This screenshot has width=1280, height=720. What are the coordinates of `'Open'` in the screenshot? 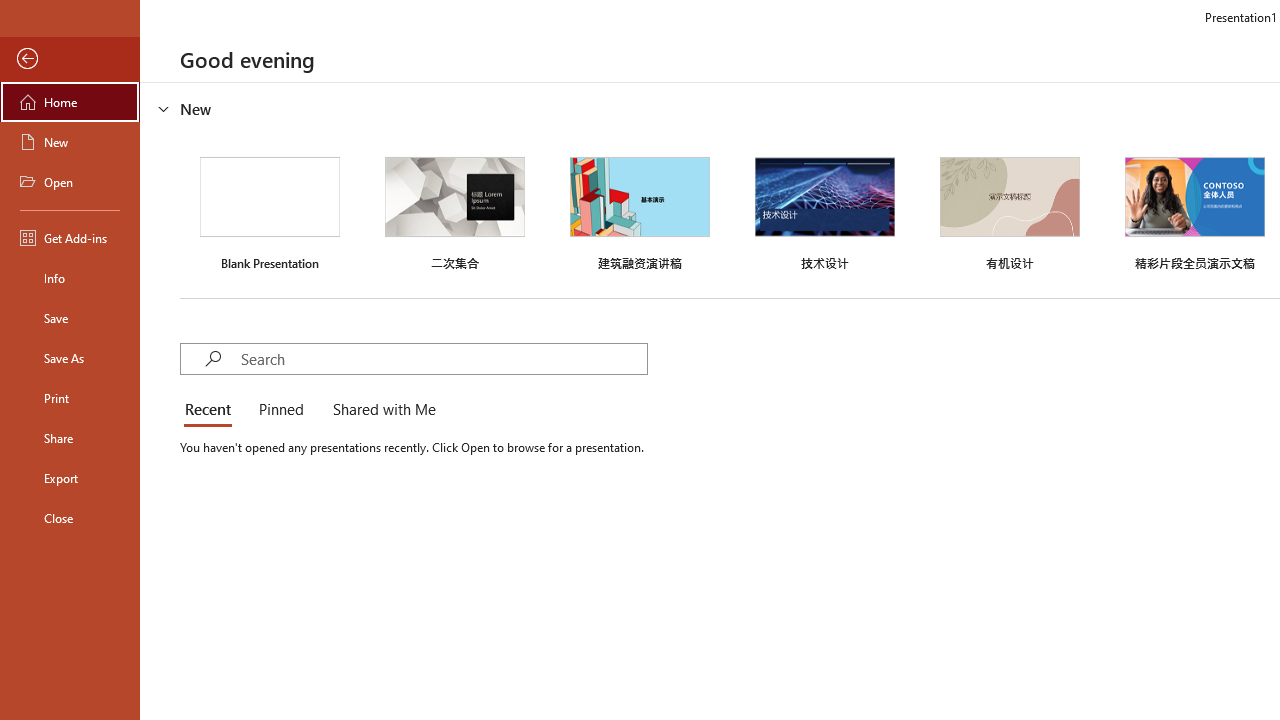 It's located at (69, 182).